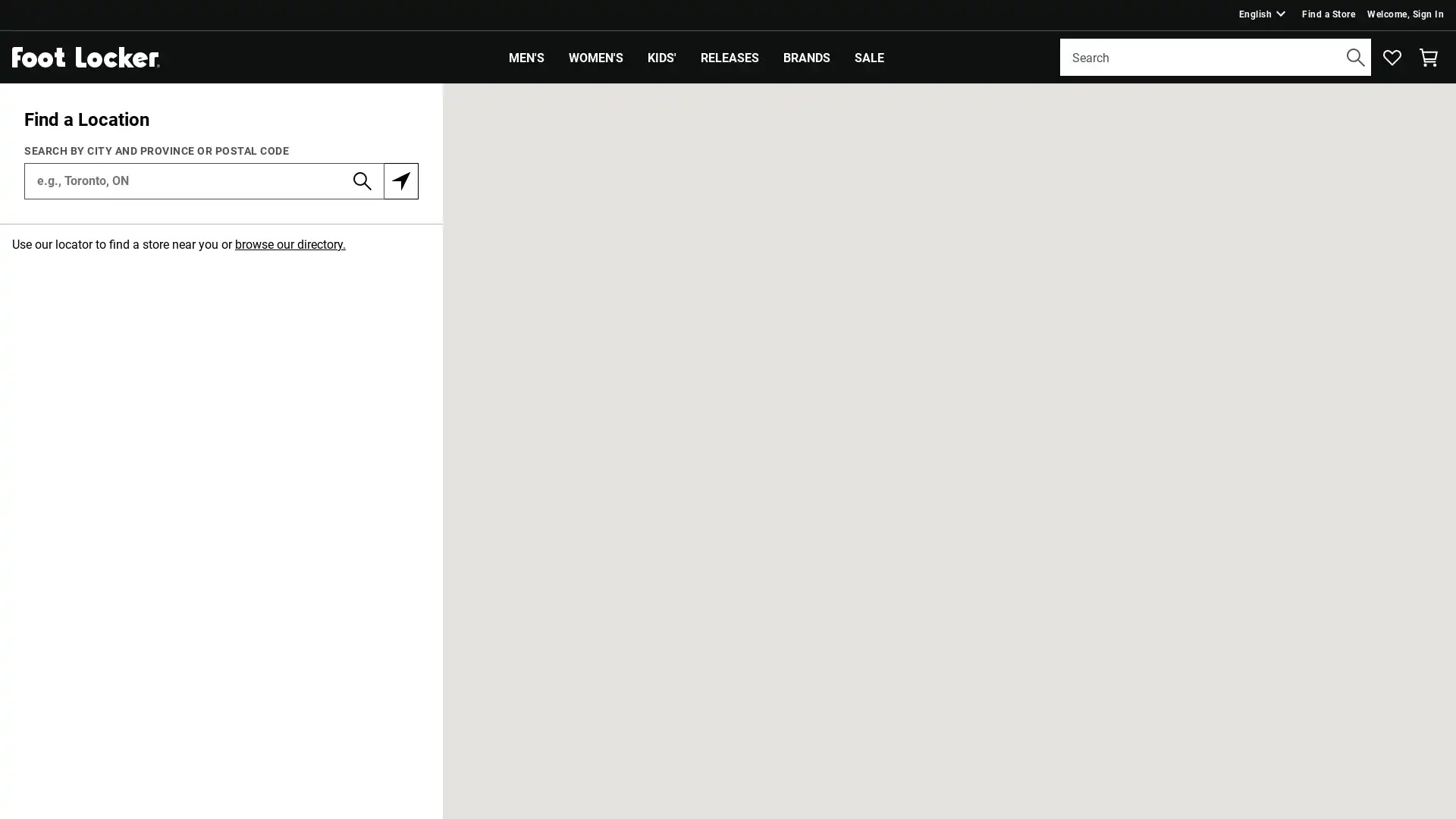 The height and width of the screenshot is (819, 1456). Describe the element at coordinates (1355, 55) in the screenshot. I see `Submit a search.` at that location.